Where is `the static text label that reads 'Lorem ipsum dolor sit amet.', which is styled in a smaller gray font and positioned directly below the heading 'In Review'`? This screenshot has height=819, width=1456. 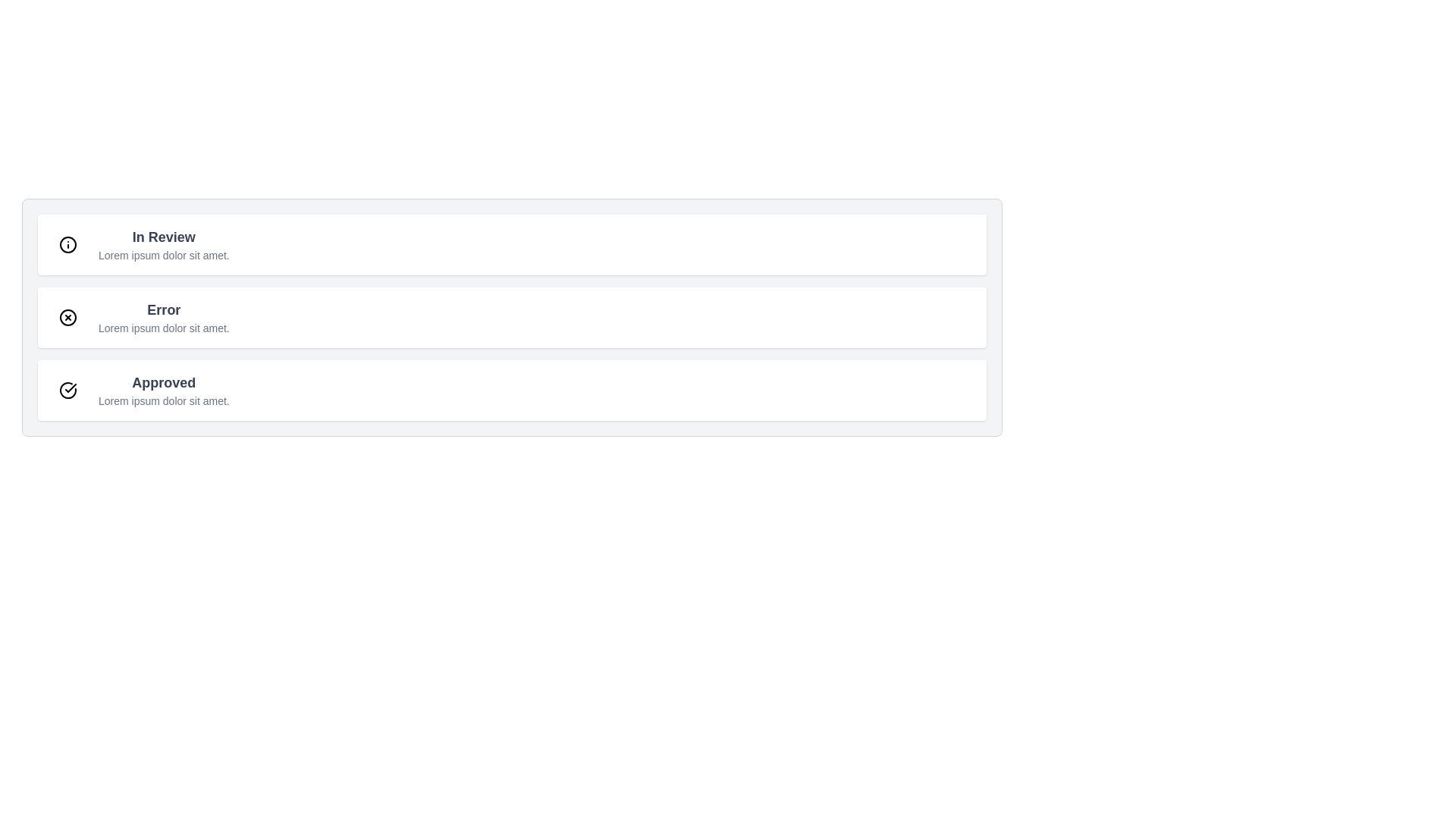 the static text label that reads 'Lorem ipsum dolor sit amet.', which is styled in a smaller gray font and positioned directly below the heading 'In Review' is located at coordinates (164, 254).